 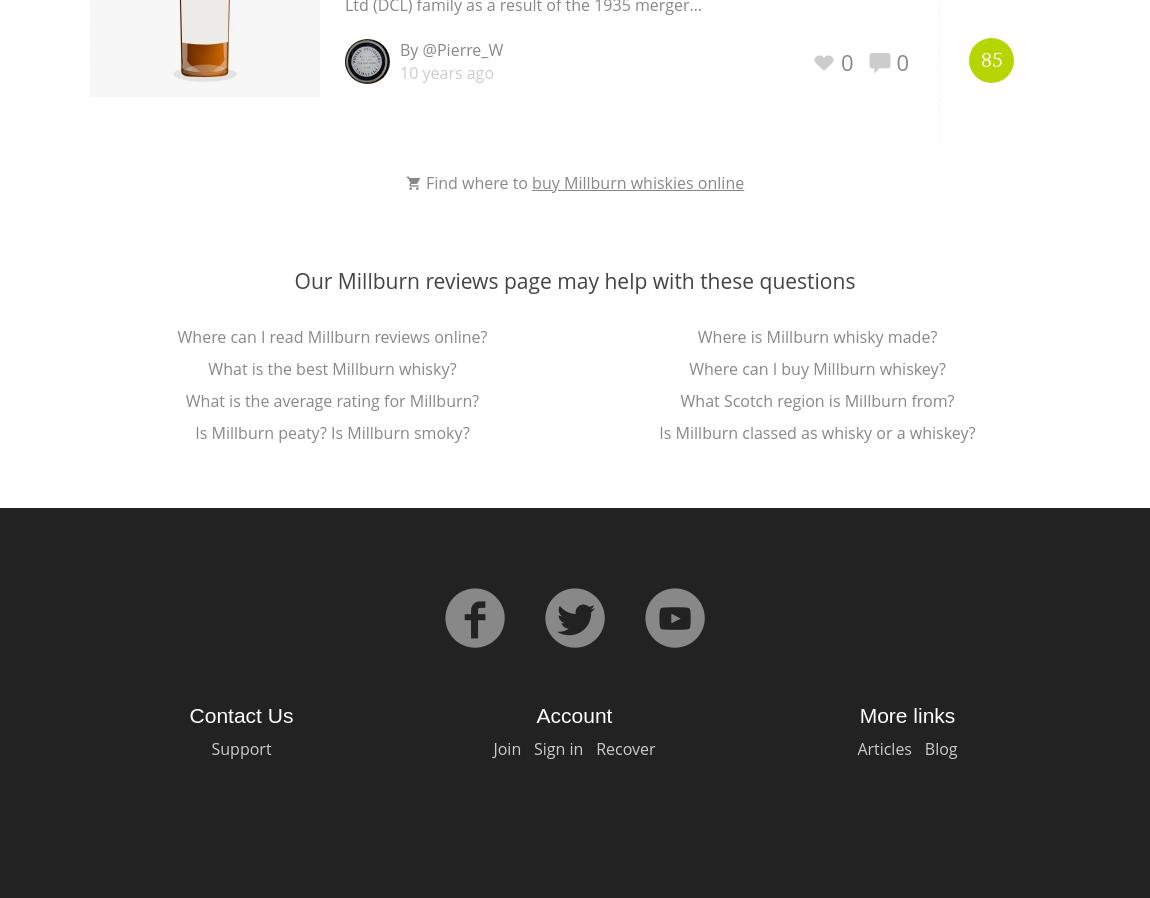 What do you see at coordinates (573, 715) in the screenshot?
I see `'Account'` at bounding box center [573, 715].